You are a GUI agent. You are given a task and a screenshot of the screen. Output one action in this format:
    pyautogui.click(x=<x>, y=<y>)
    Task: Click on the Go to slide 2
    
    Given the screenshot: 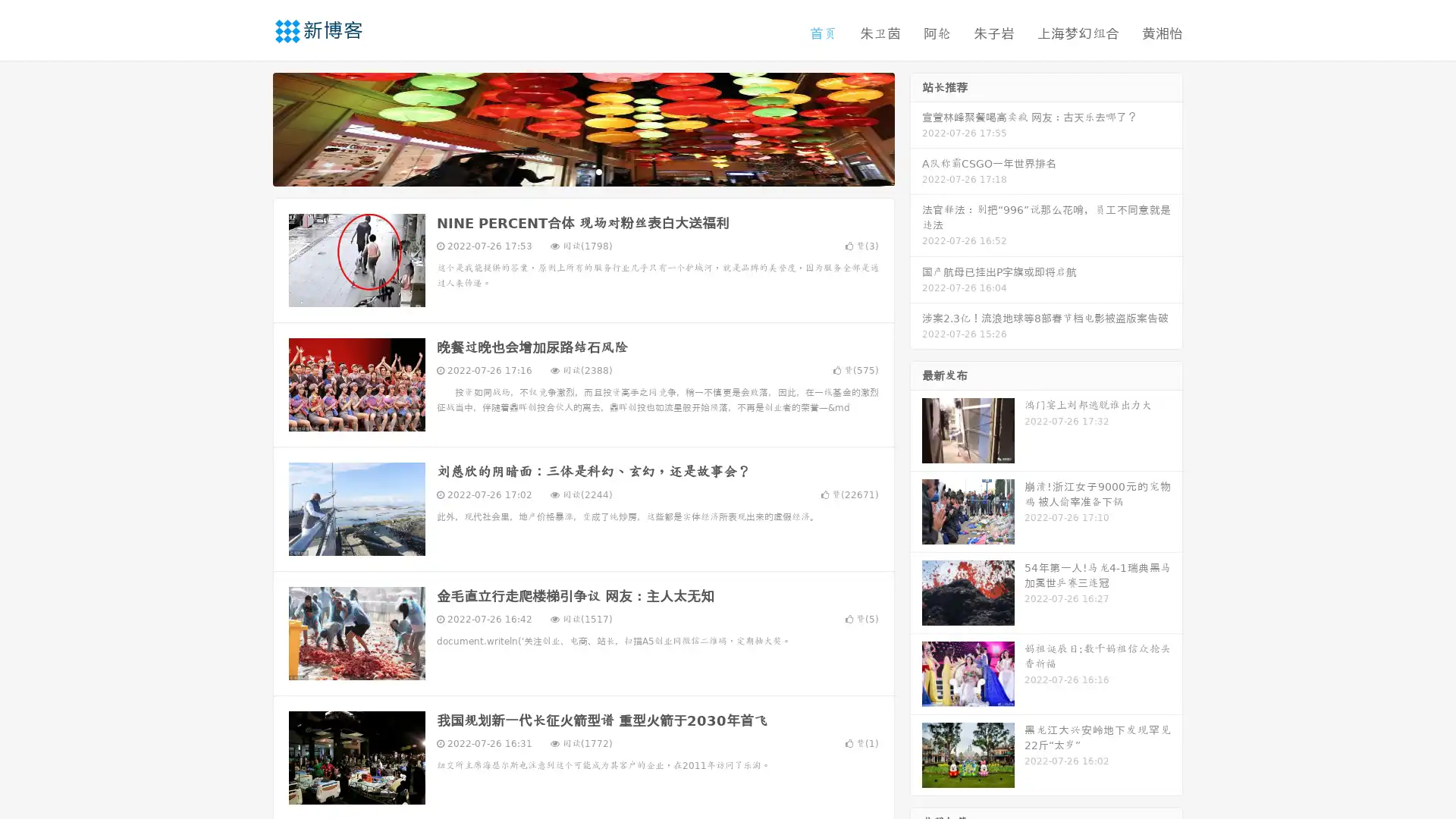 What is the action you would take?
    pyautogui.click(x=582, y=171)
    